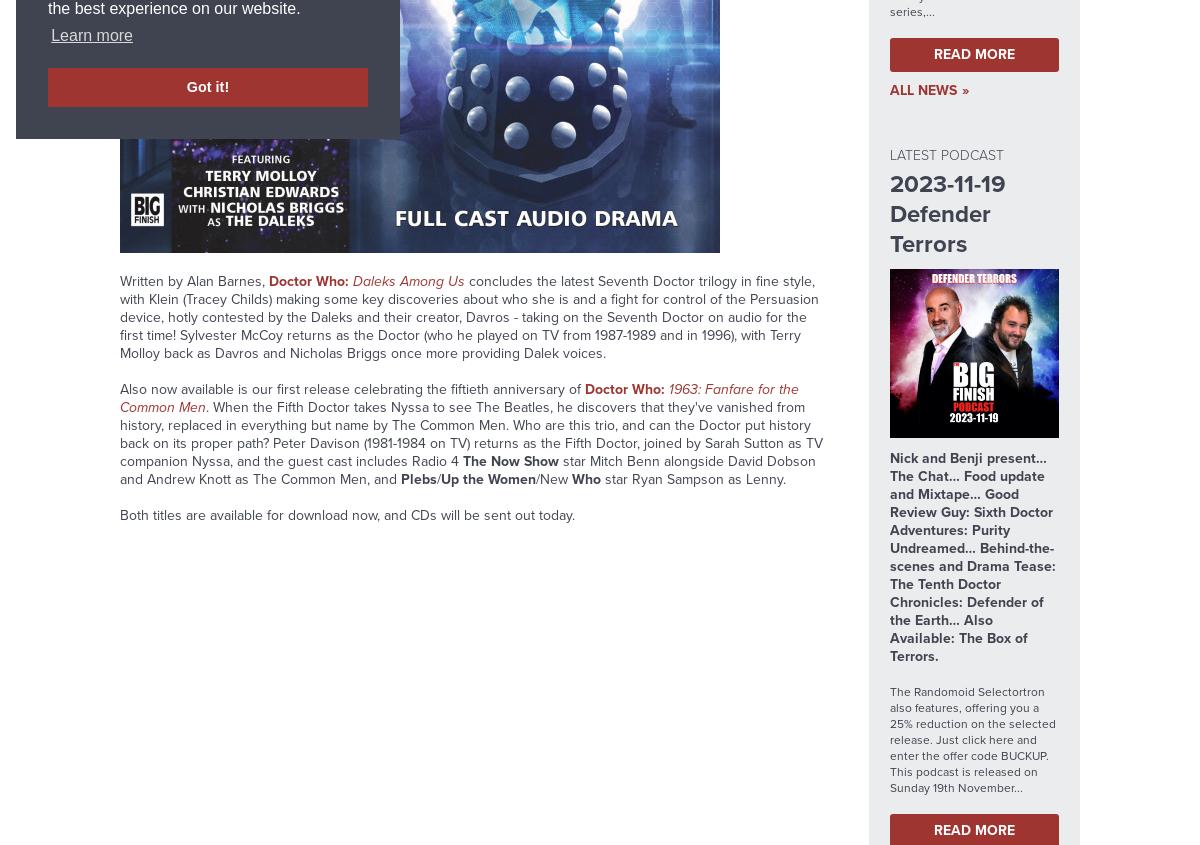 The width and height of the screenshot is (1200, 845). What do you see at coordinates (365, 154) in the screenshot?
I see `'Dark Shadows - Dramatised Readings'` at bounding box center [365, 154].